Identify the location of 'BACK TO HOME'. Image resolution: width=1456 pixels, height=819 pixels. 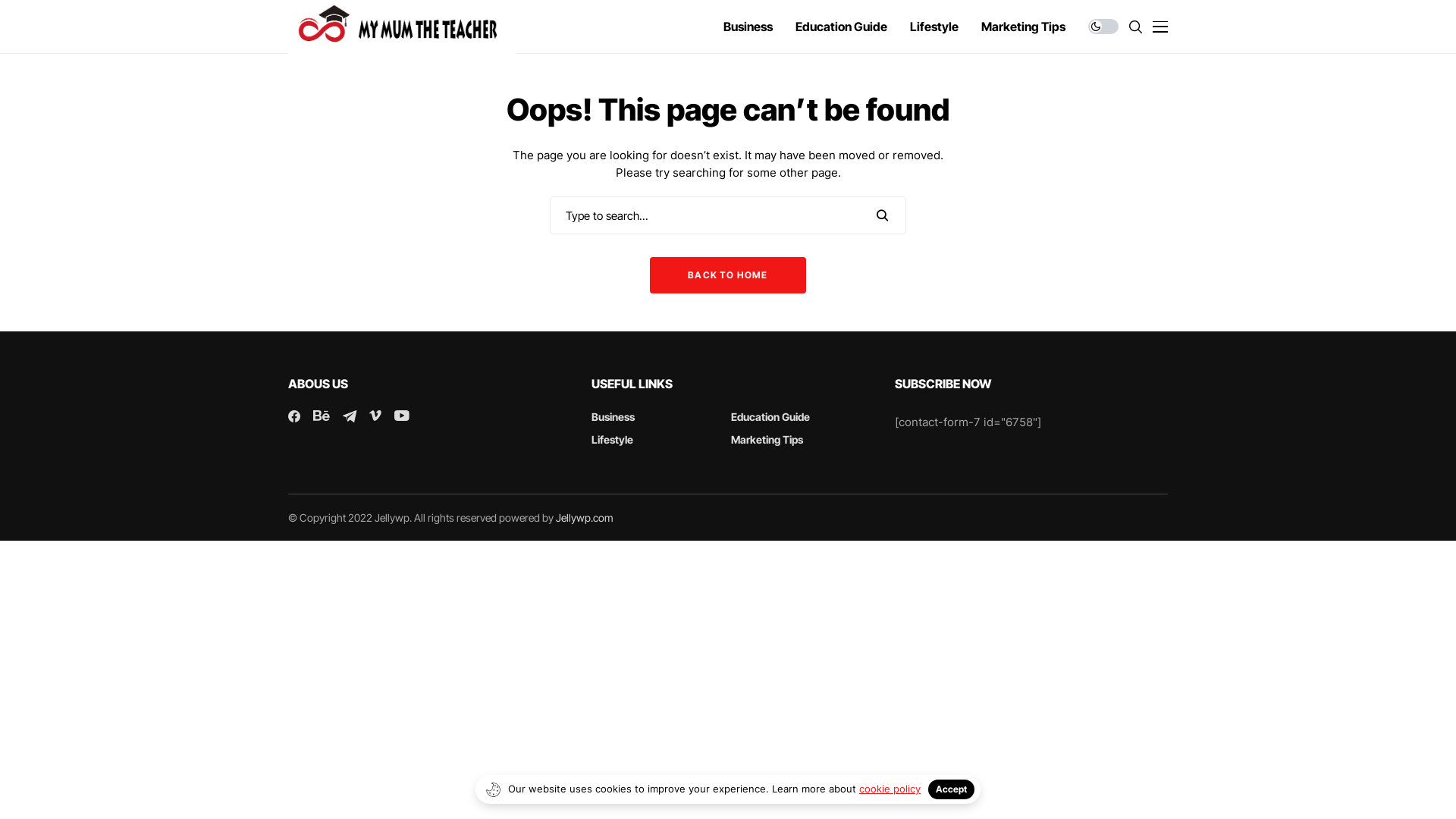
(726, 275).